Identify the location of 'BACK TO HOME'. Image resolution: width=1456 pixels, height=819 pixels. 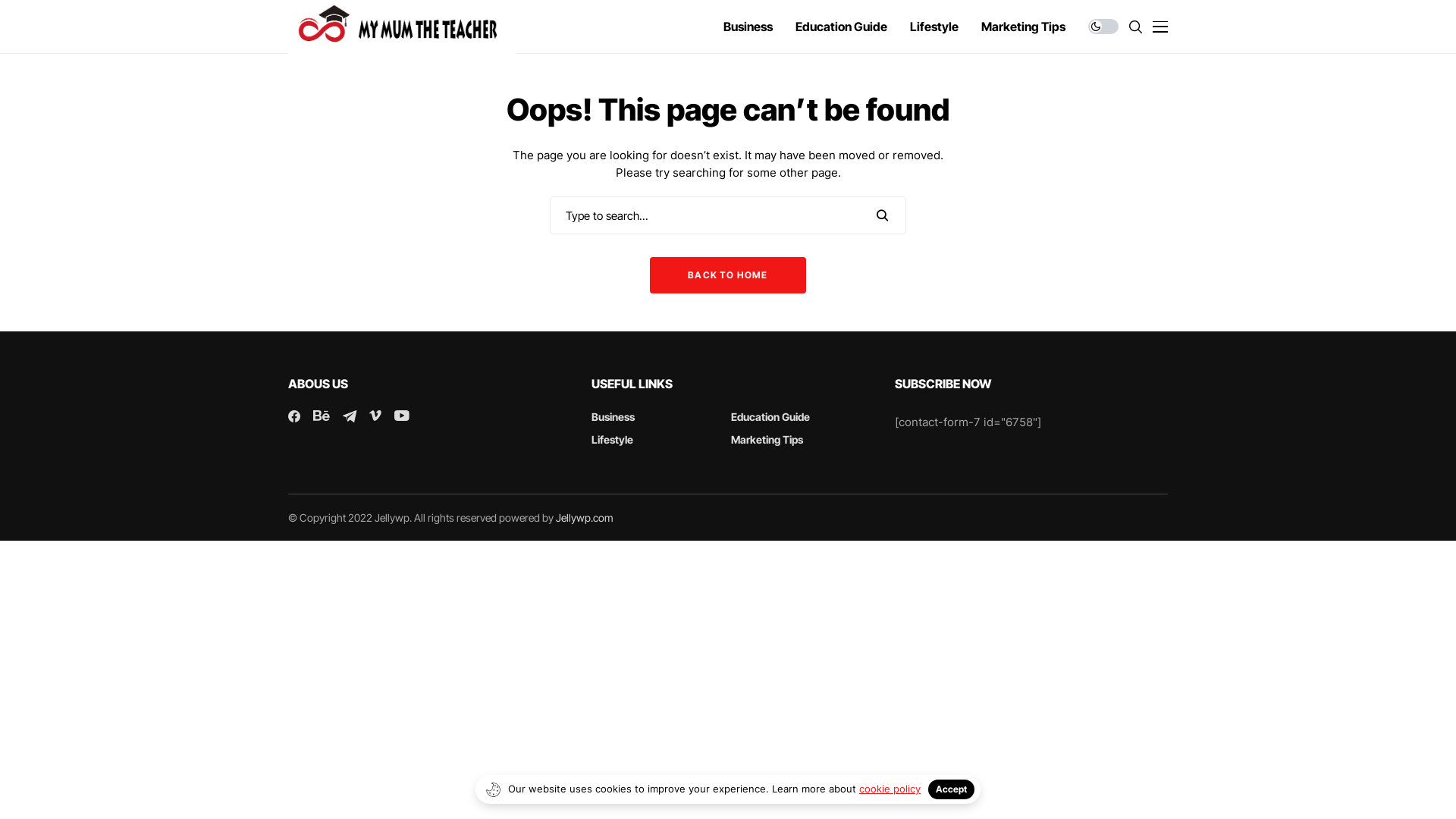
(726, 275).